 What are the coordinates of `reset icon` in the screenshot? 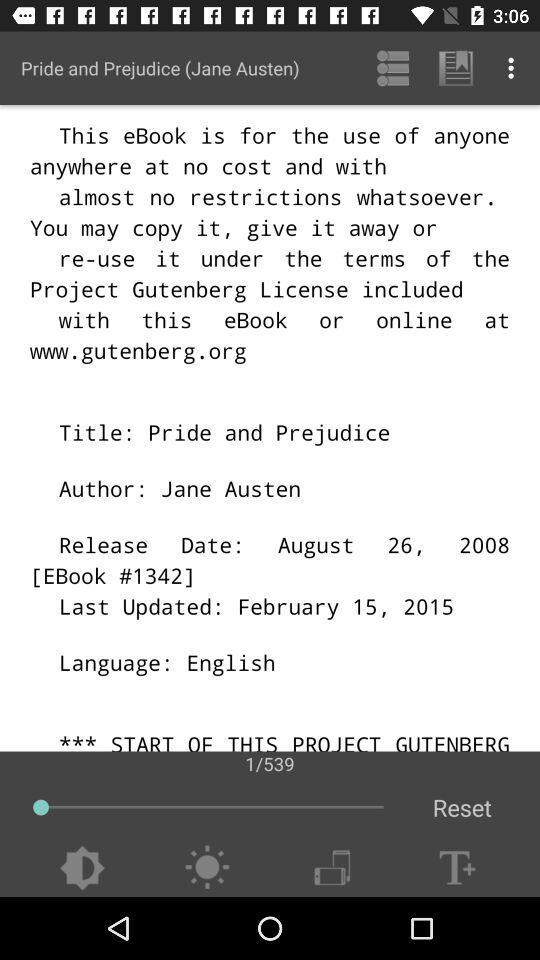 It's located at (462, 807).